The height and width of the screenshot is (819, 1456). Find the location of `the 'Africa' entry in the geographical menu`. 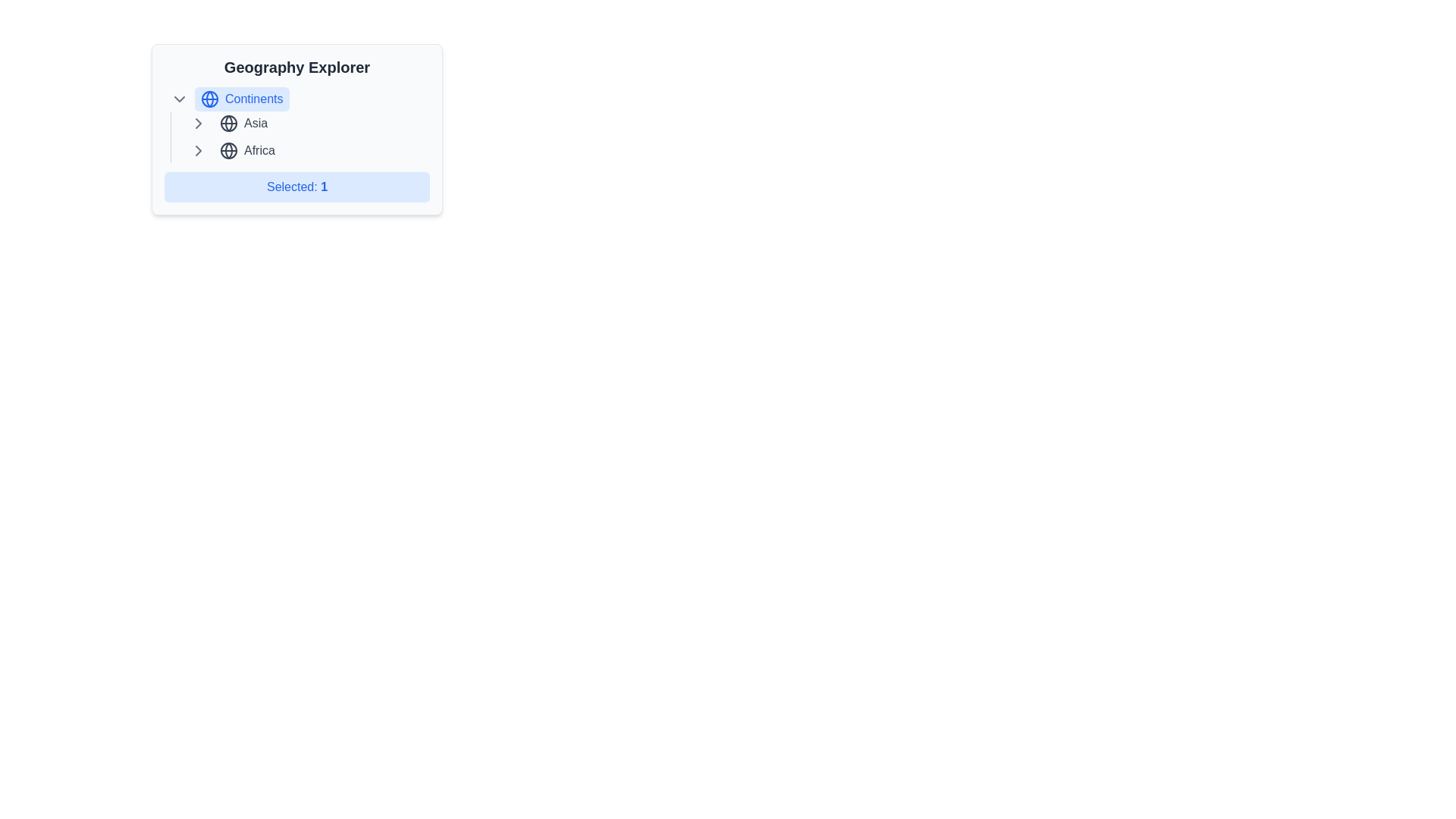

the 'Africa' entry in the geographical menu is located at coordinates (247, 151).